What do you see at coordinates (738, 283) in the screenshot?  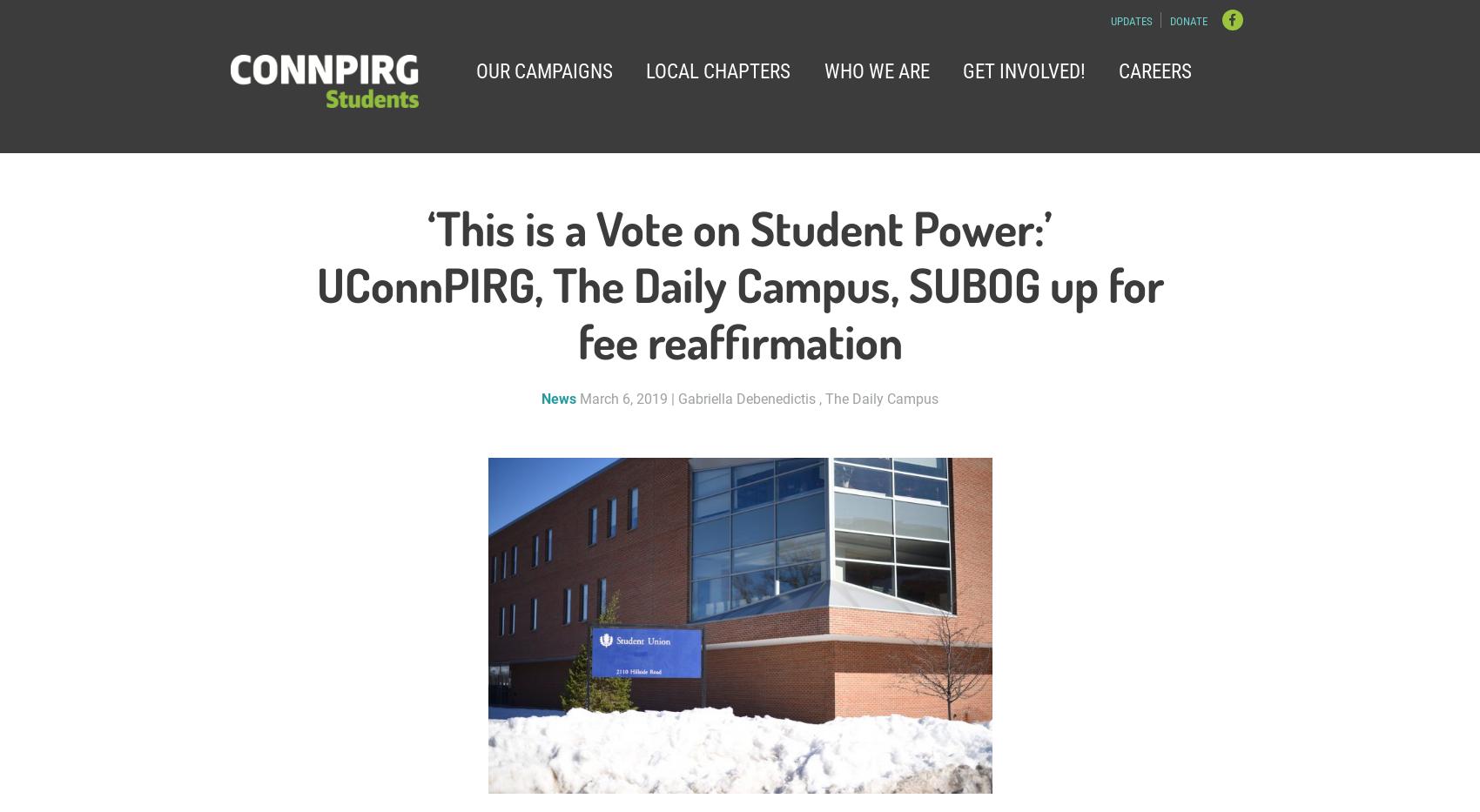 I see `'‘This is a Vote on Student Power:’ UConnPIRG, The Daily Campus, SUBOG up for fee reaffirmation'` at bounding box center [738, 283].